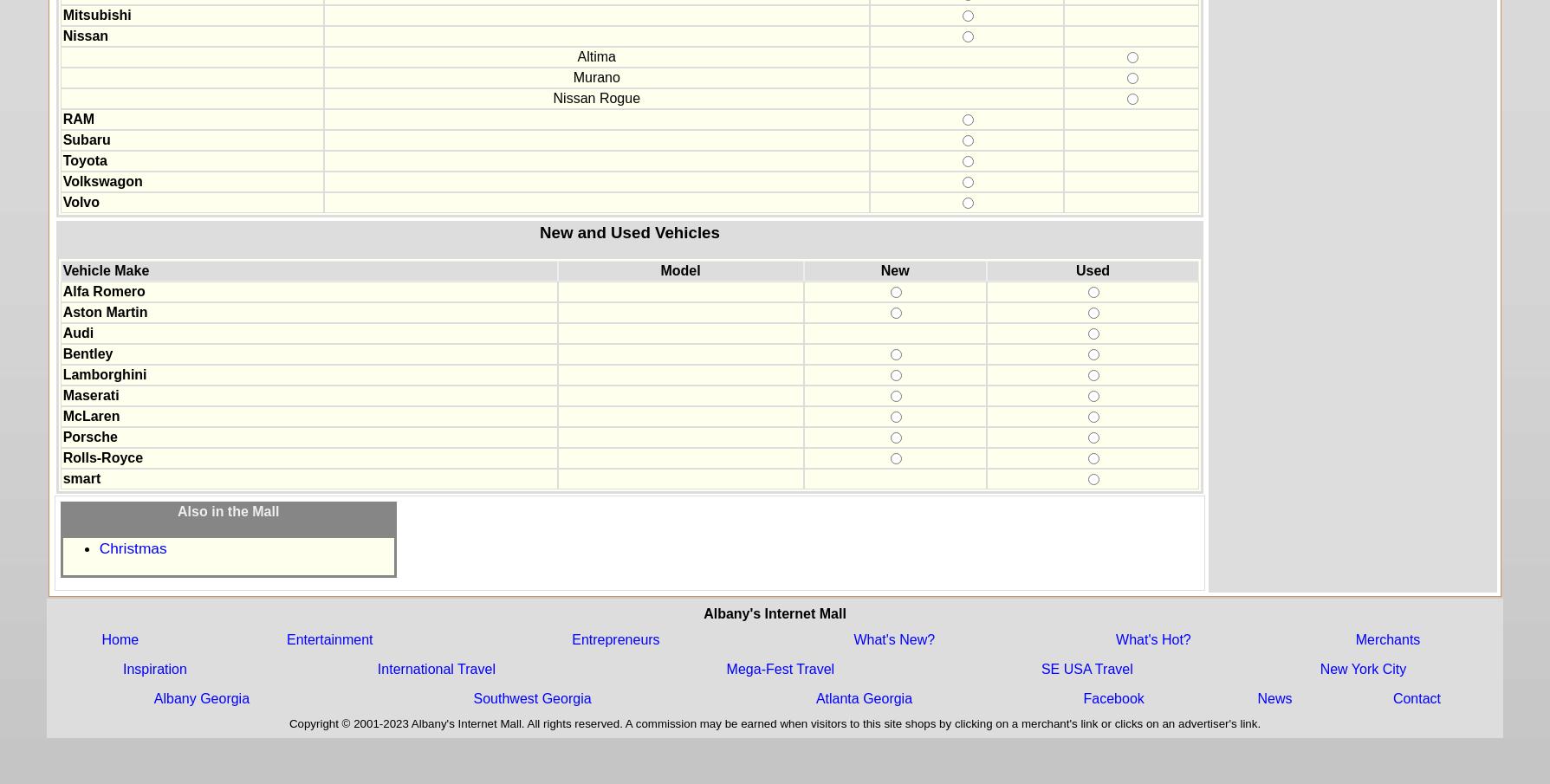 The height and width of the screenshot is (784, 1550). Describe the element at coordinates (85, 35) in the screenshot. I see `'Nissan'` at that location.